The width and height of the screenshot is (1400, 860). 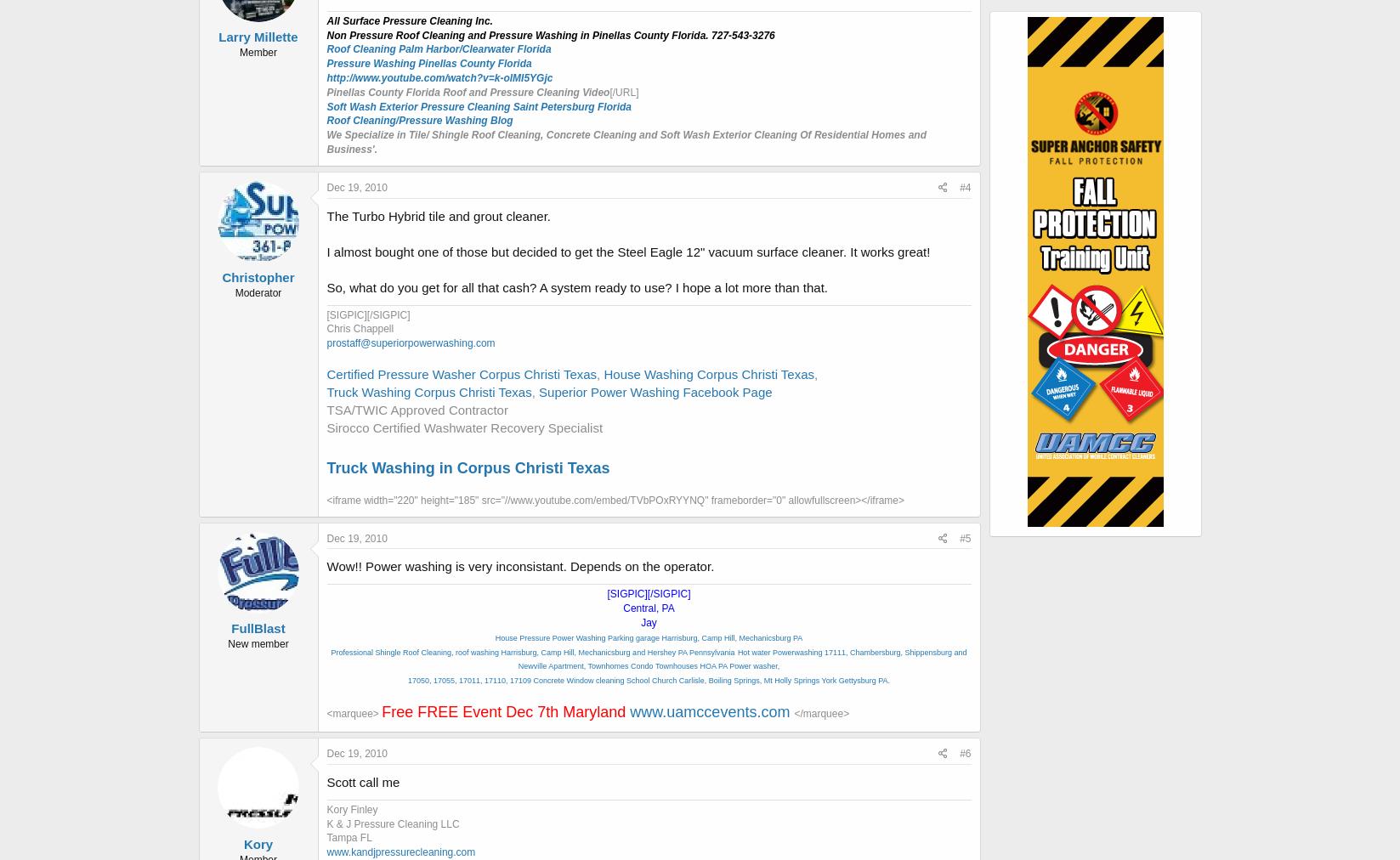 What do you see at coordinates (628, 250) in the screenshot?
I see `'I almost bought one of those but decided to get the Steel Eagle 12" vacuum surface cleaner. It works great!'` at bounding box center [628, 250].